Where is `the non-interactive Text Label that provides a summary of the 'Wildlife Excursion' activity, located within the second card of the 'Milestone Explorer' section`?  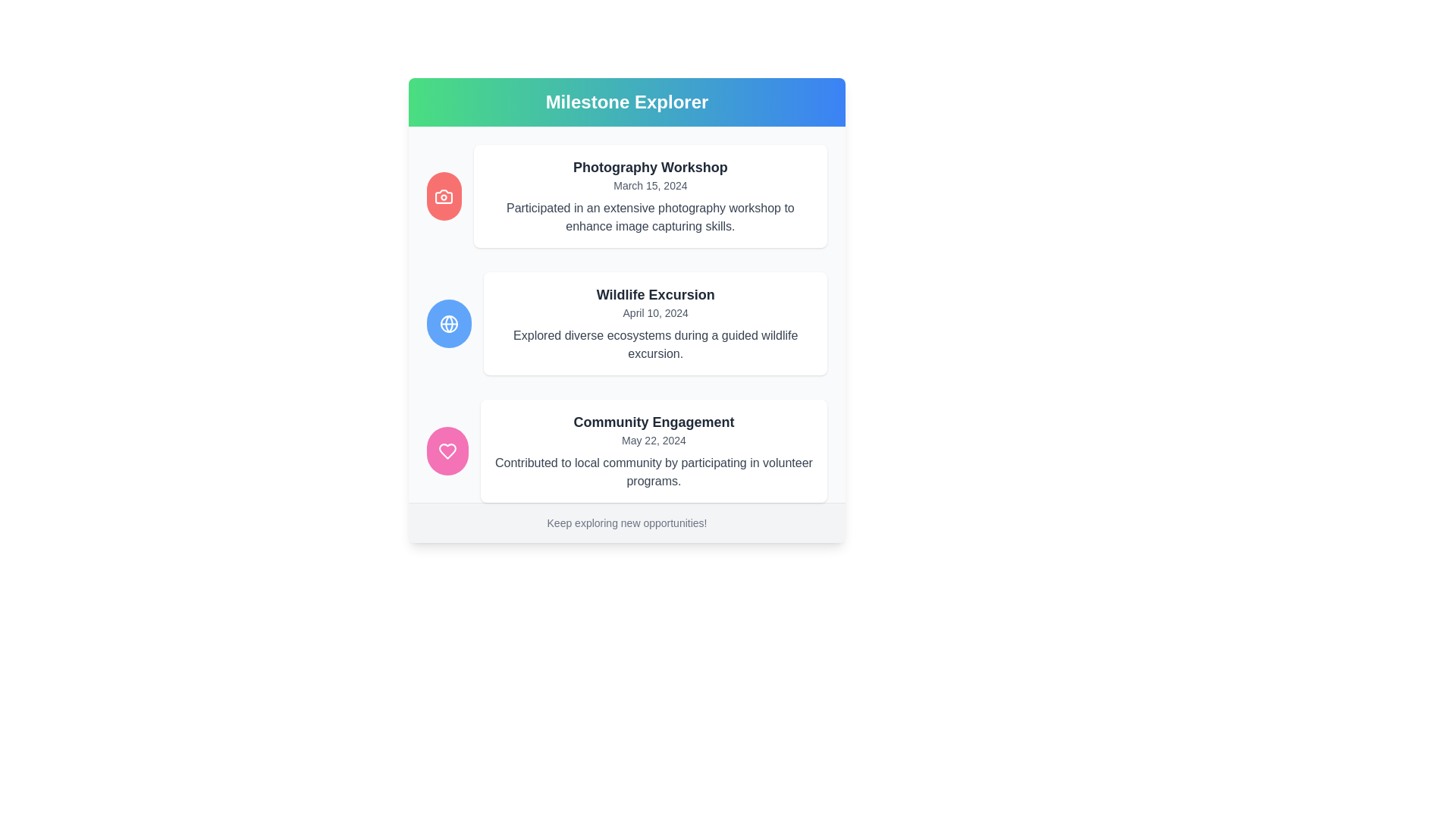 the non-interactive Text Label that provides a summary of the 'Wildlife Excursion' activity, located within the second card of the 'Milestone Explorer' section is located at coordinates (655, 345).